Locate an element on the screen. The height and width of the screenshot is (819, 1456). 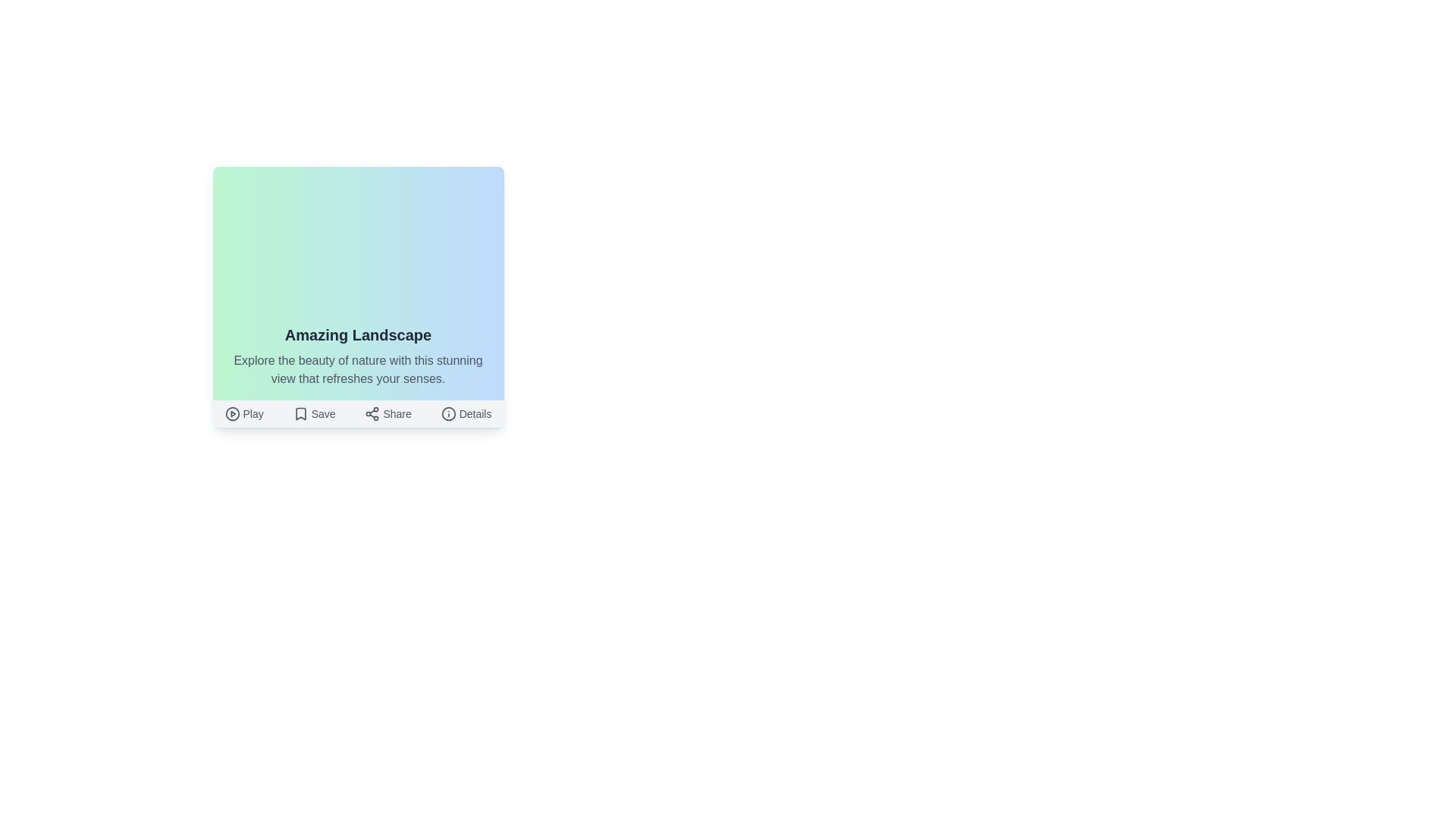
the SVG bookmark icon located between the 'Play' icon and 'Share' icon is located at coordinates (300, 414).